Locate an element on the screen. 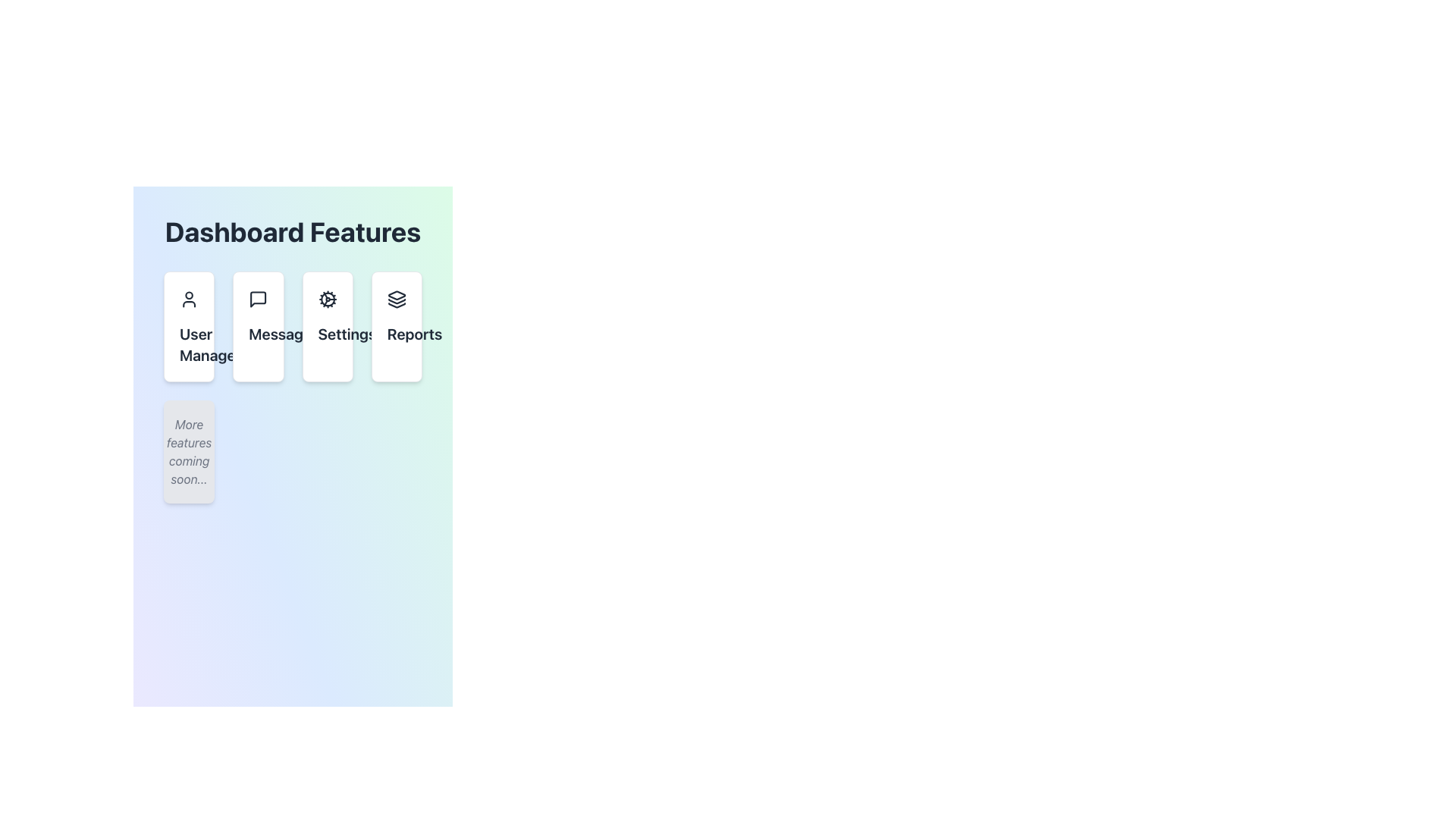  the 'Settings' button for keyboard navigation is located at coordinates (327, 326).